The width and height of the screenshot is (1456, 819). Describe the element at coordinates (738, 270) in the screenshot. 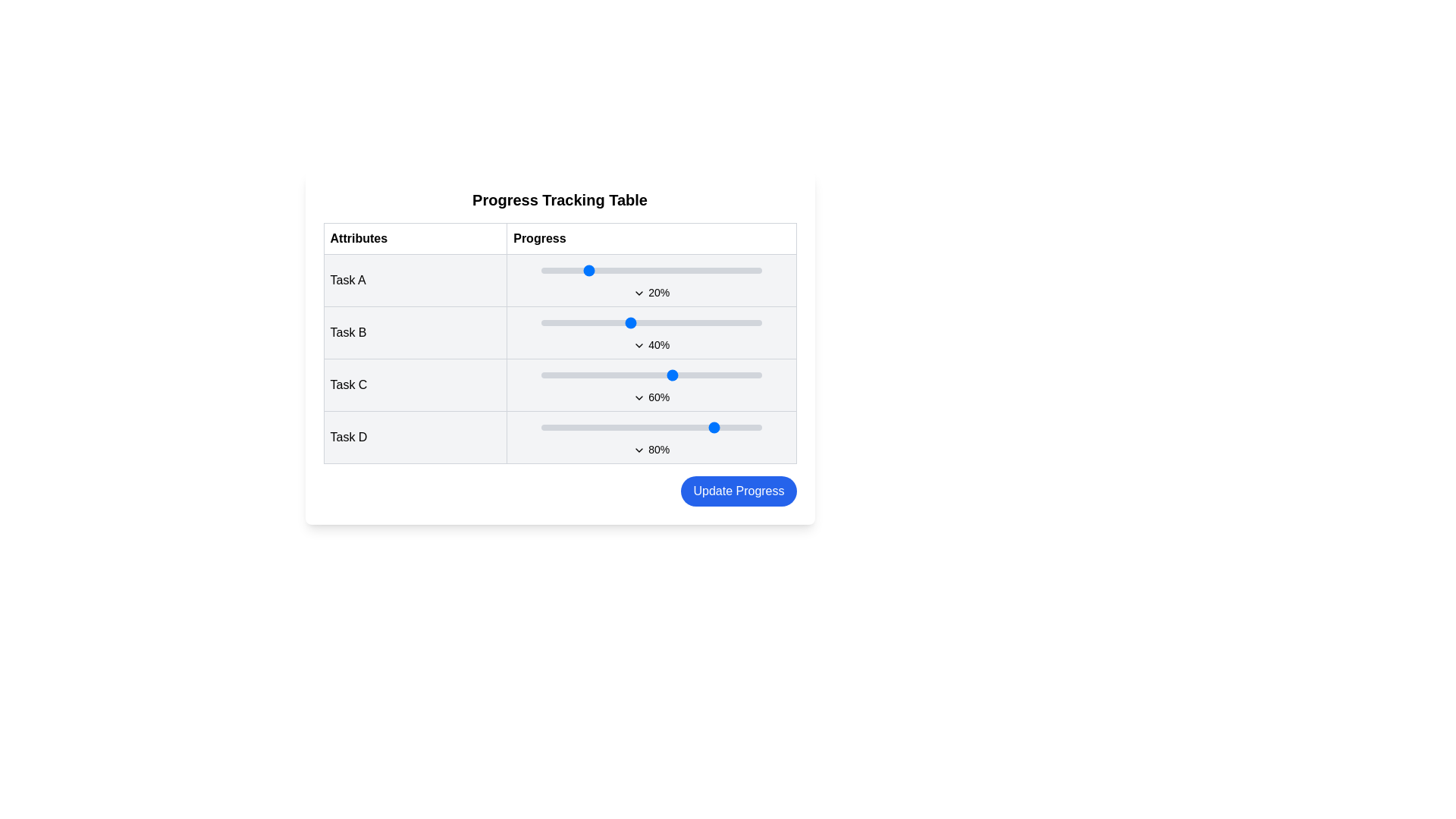

I see `progress value` at that location.